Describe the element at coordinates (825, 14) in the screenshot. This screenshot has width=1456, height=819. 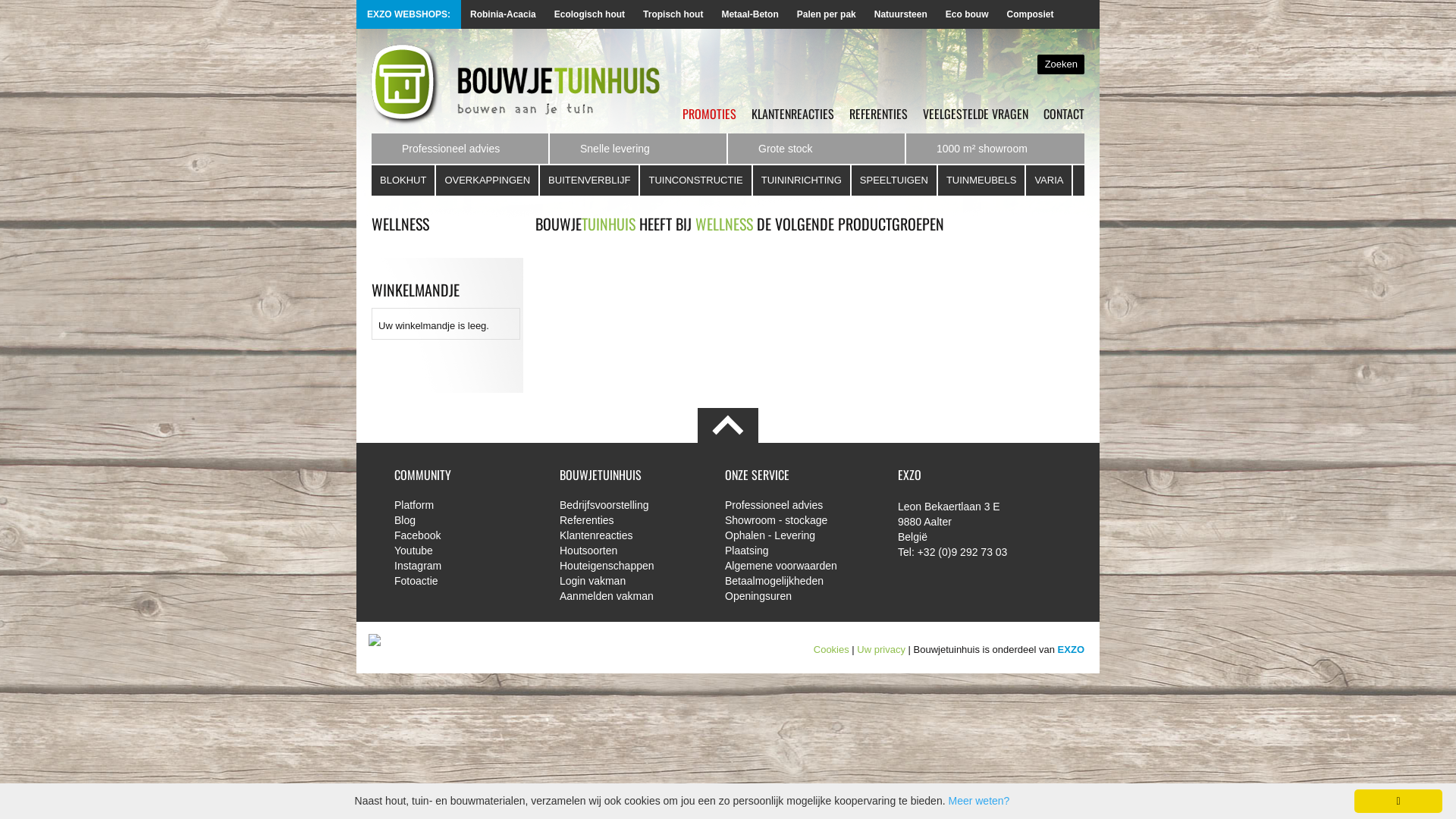
I see `'Palen per pak'` at that location.